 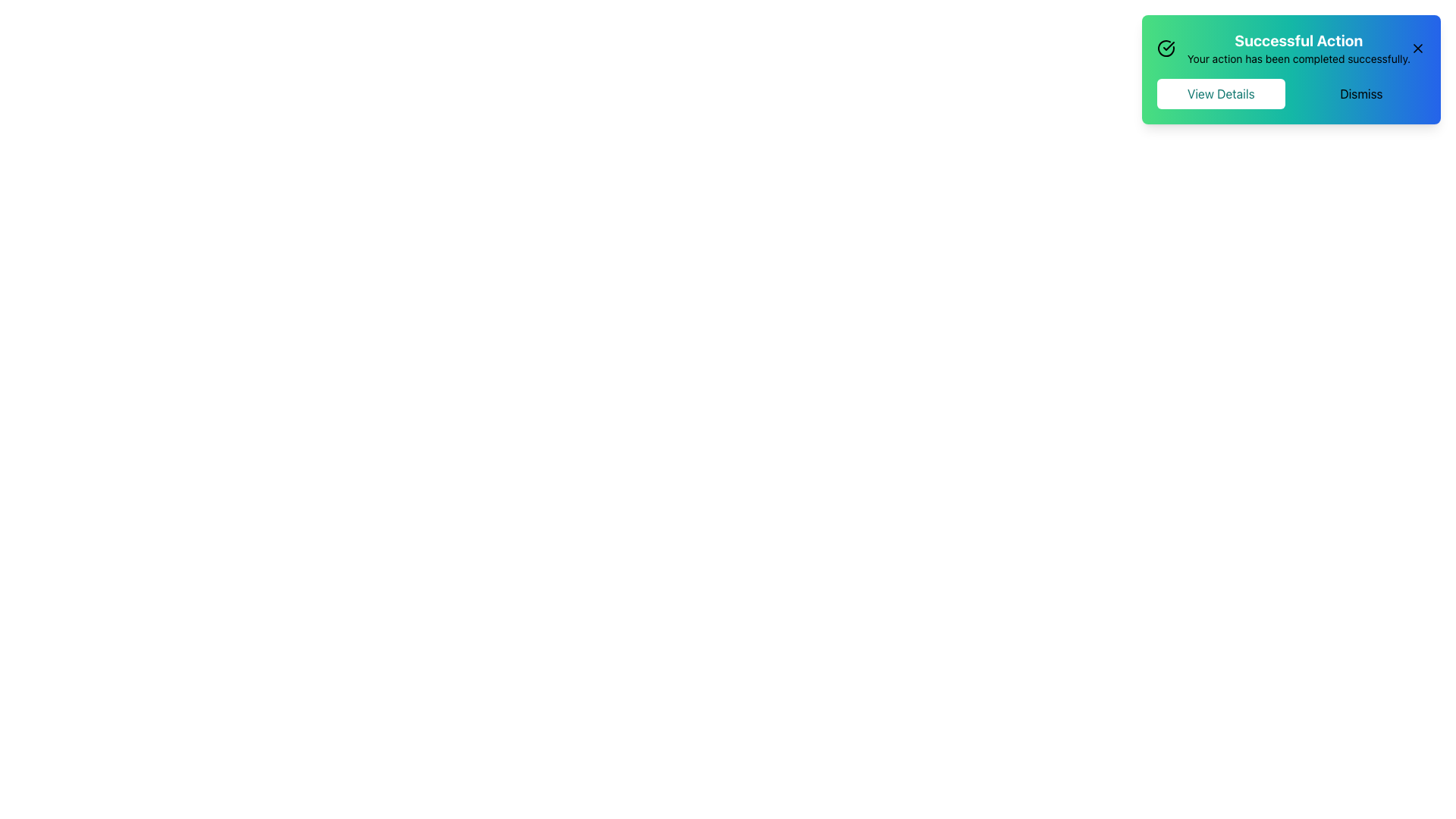 I want to click on the success icon located at the top-right section of the interface, which indicates a successful action, so click(x=1165, y=48).